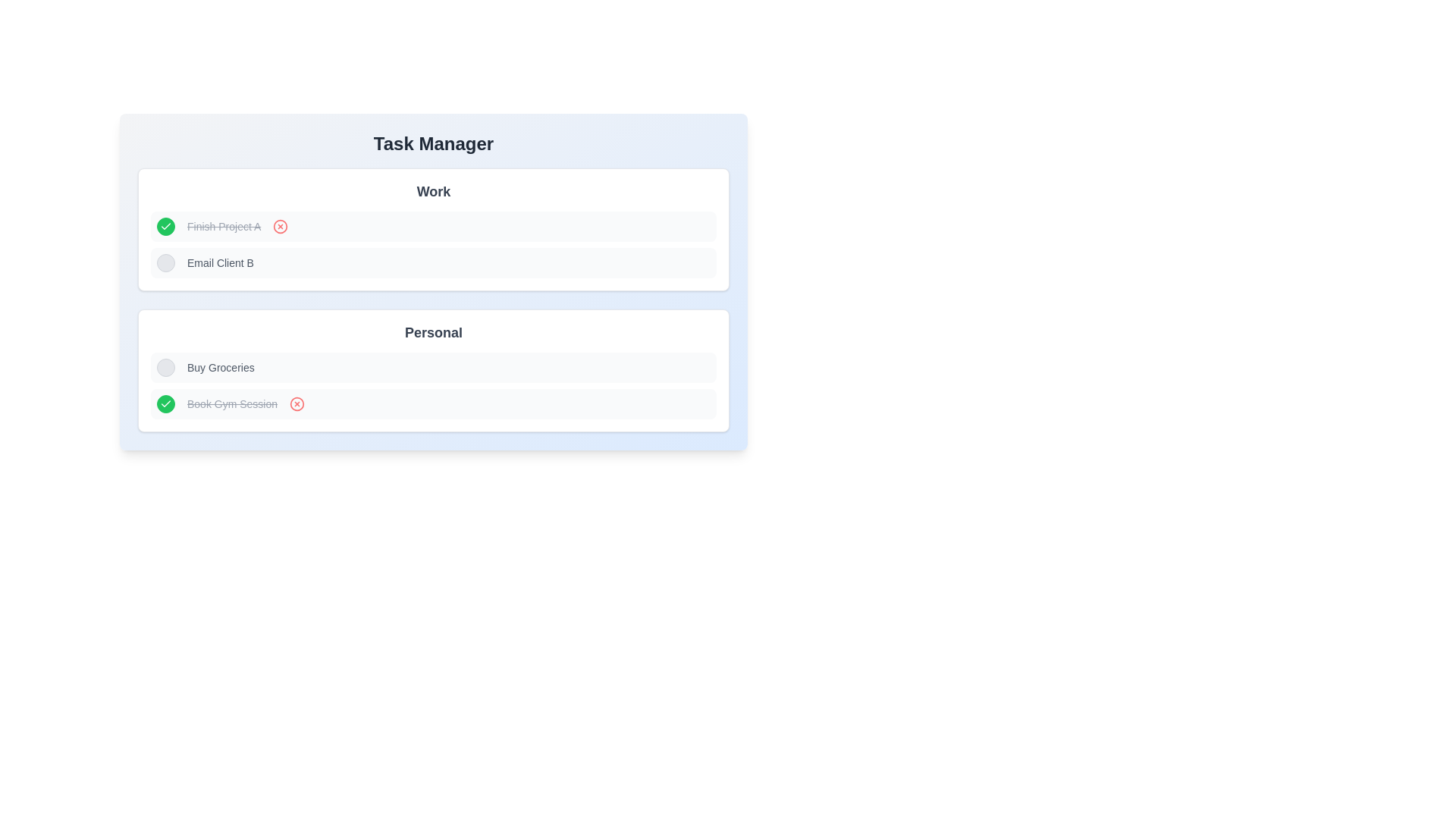 The height and width of the screenshot is (819, 1456). I want to click on the circular red outlined icon with a red cross symbol in the 'Personal' section of the task manager, so click(297, 403).